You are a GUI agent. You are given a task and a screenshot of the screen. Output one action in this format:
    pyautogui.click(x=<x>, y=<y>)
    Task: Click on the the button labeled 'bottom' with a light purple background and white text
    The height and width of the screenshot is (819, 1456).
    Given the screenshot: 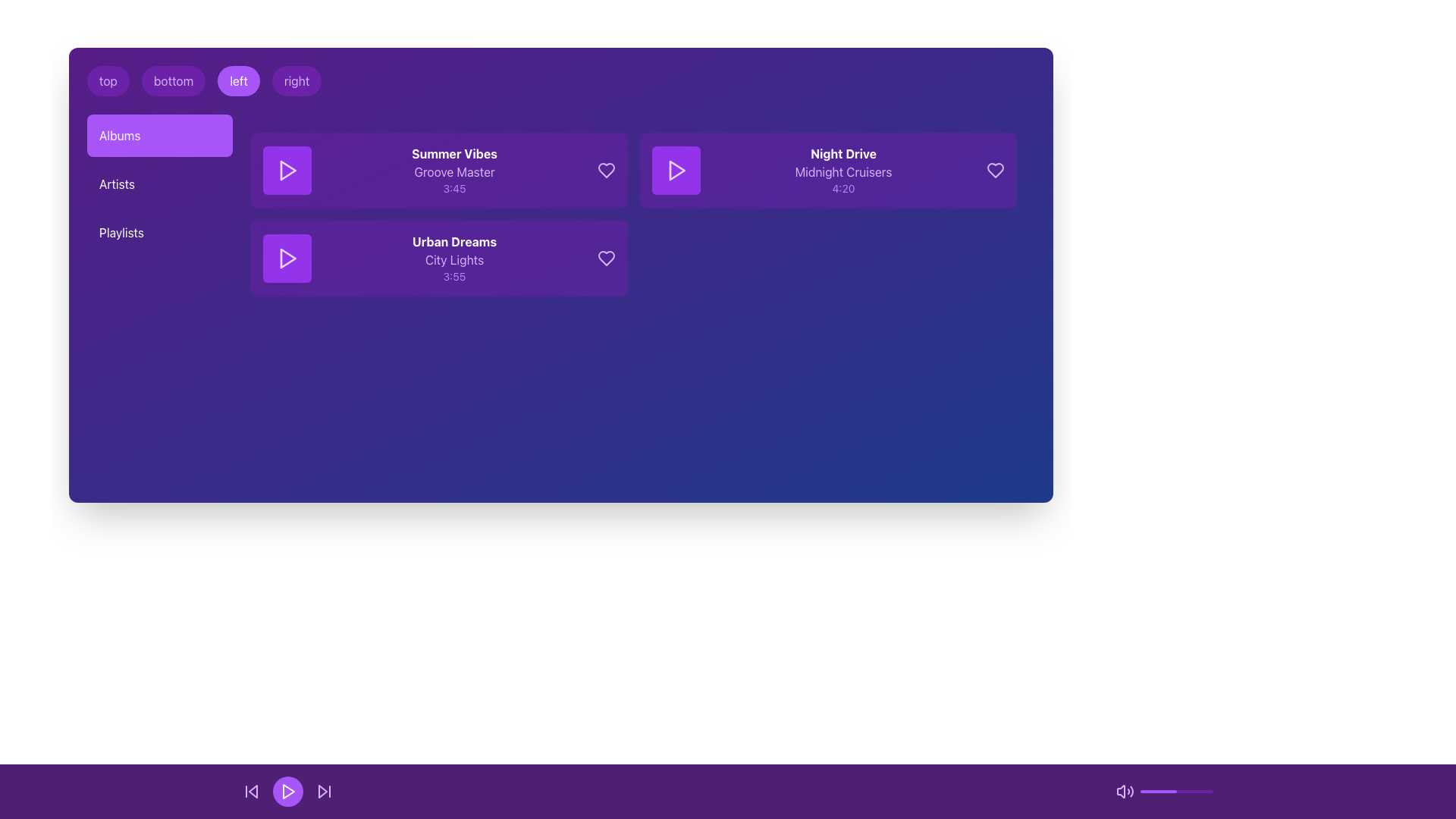 What is the action you would take?
    pyautogui.click(x=174, y=81)
    